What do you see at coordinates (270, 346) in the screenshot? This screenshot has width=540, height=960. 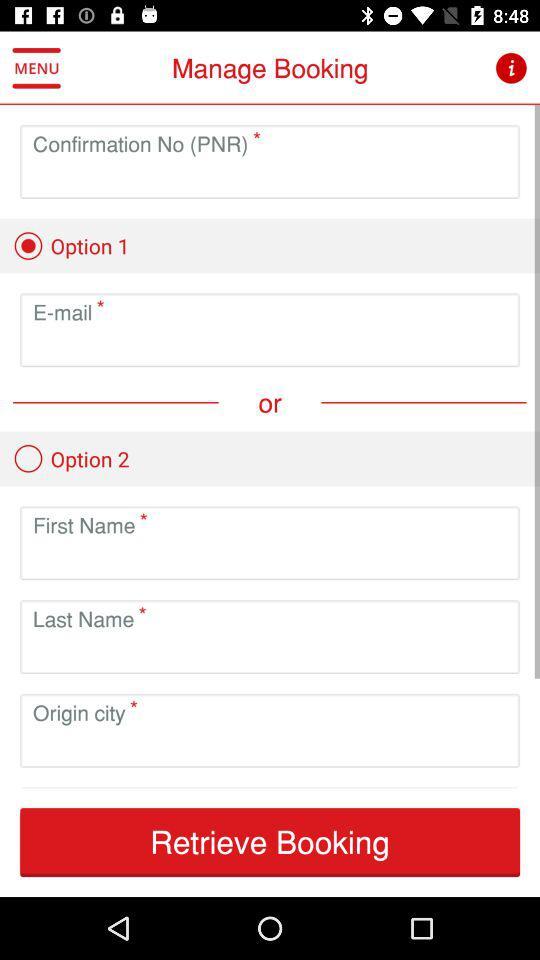 I see `email address` at bounding box center [270, 346].